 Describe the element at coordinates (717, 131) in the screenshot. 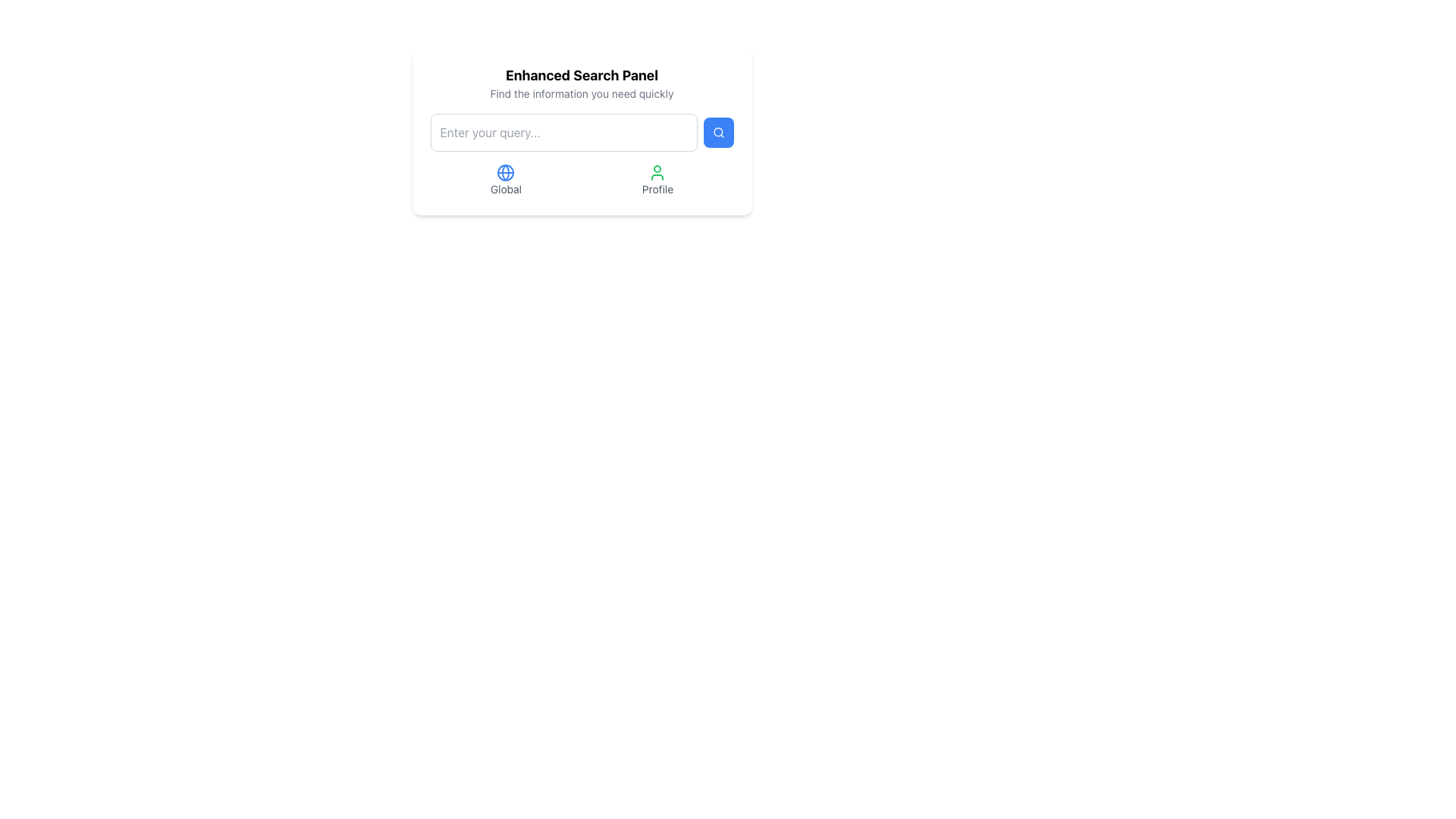

I see `the circular blue button with a white magnifying glass icon` at that location.